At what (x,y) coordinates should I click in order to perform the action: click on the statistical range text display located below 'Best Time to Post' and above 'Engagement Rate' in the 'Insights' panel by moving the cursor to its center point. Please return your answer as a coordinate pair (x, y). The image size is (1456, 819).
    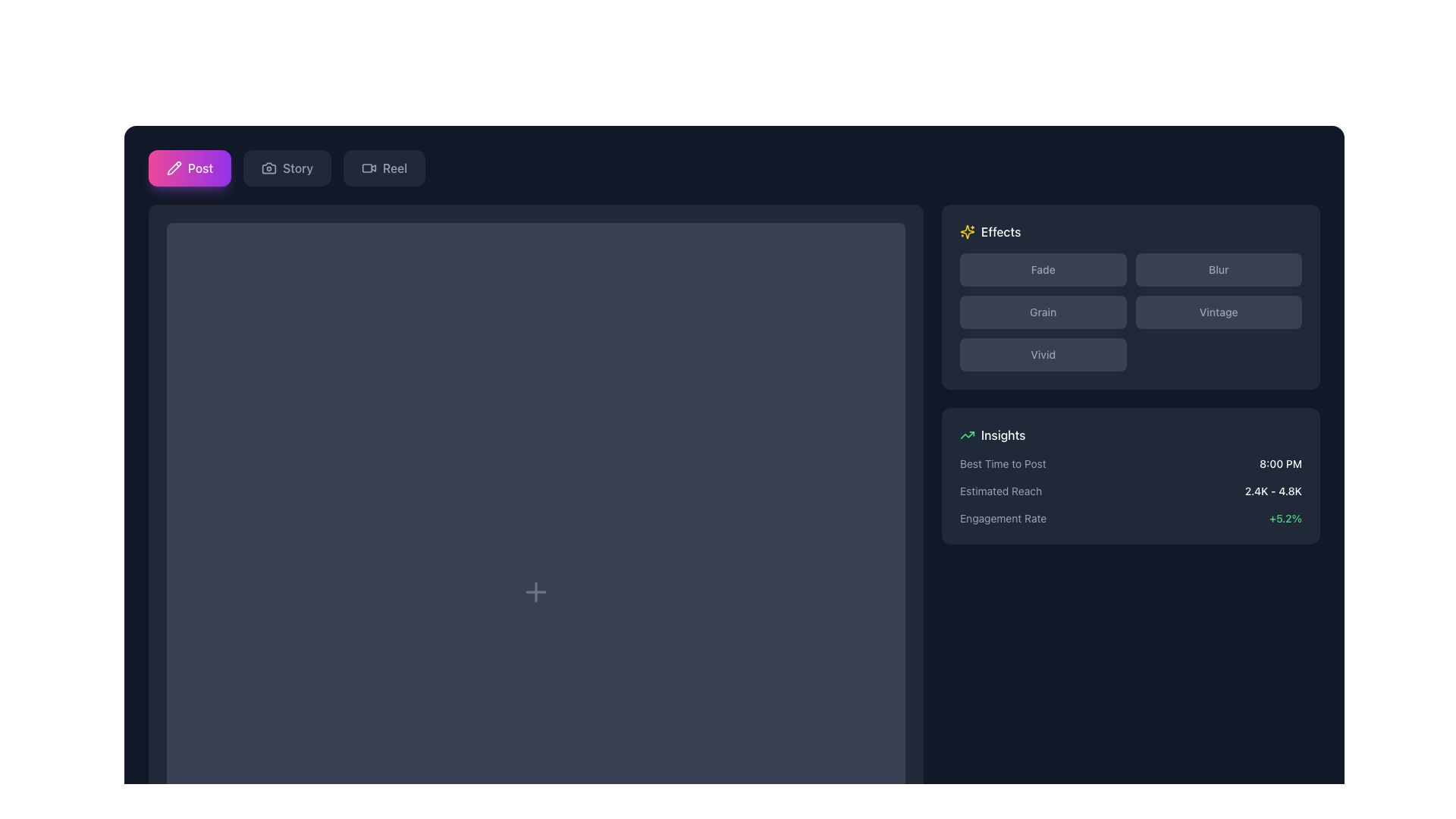
    Looking at the image, I should click on (1131, 491).